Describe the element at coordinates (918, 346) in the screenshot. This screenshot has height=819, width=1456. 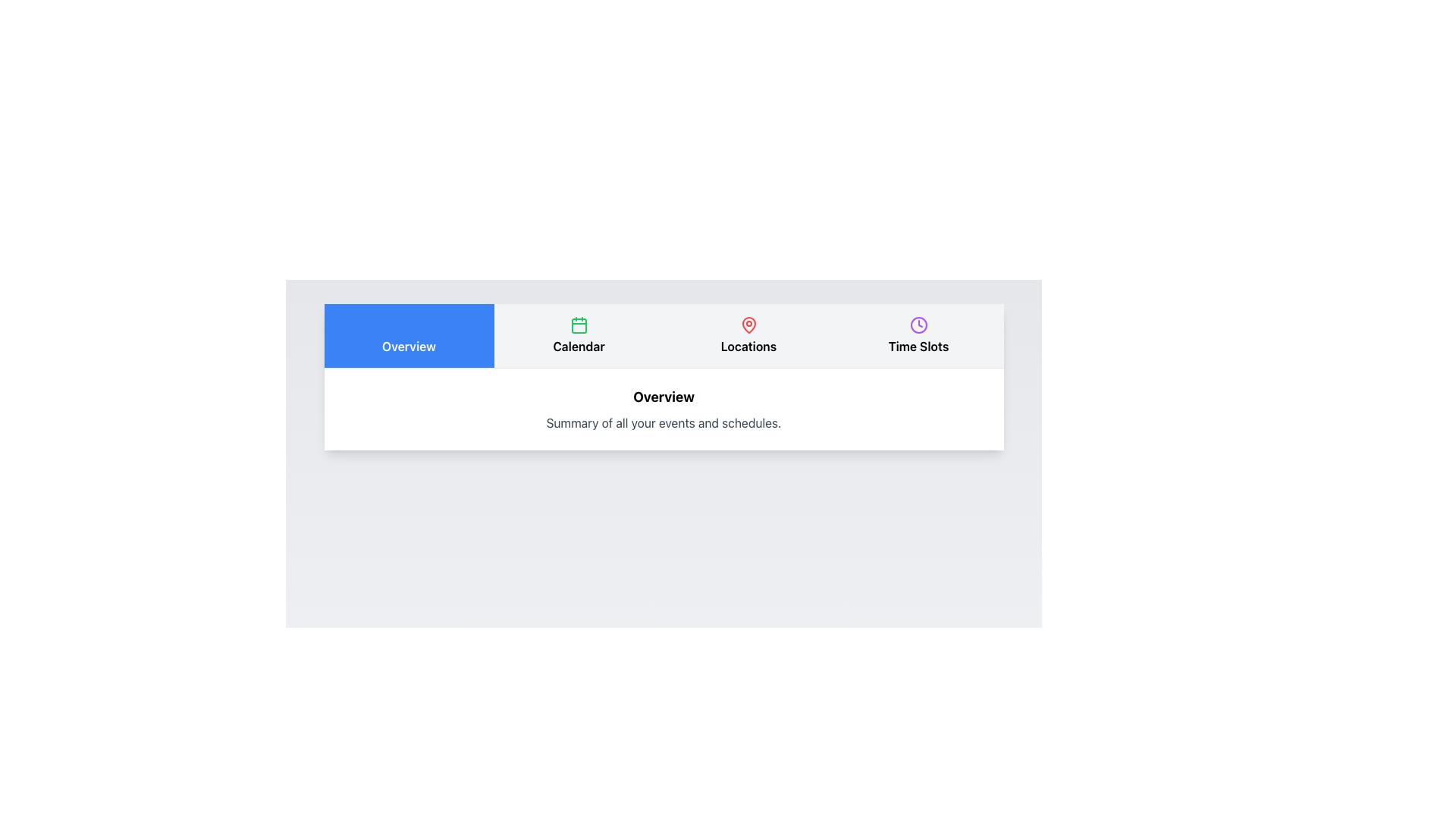
I see `the rightmost navigational option in the horizontal navigation bar that likely leads to managing or viewing time slots` at that location.